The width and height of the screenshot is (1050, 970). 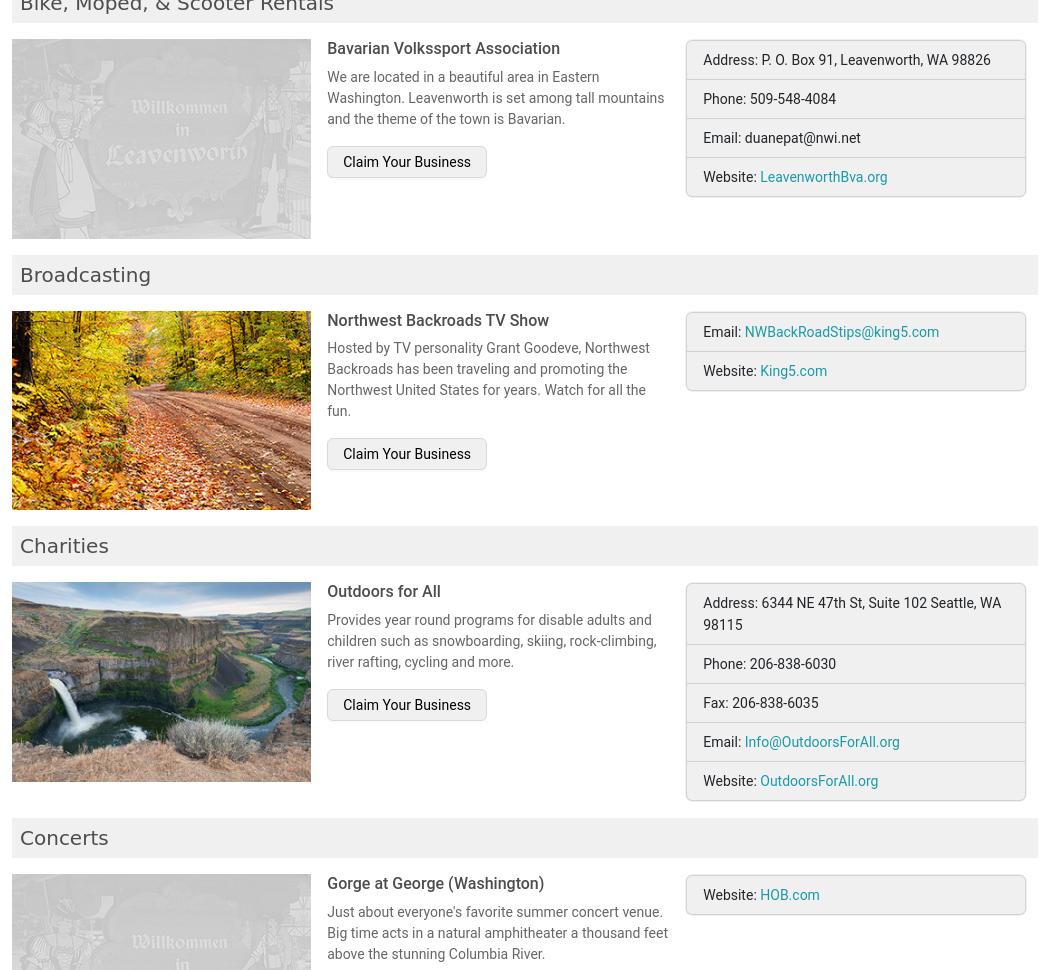 I want to click on '2010', so click(x=575, y=295).